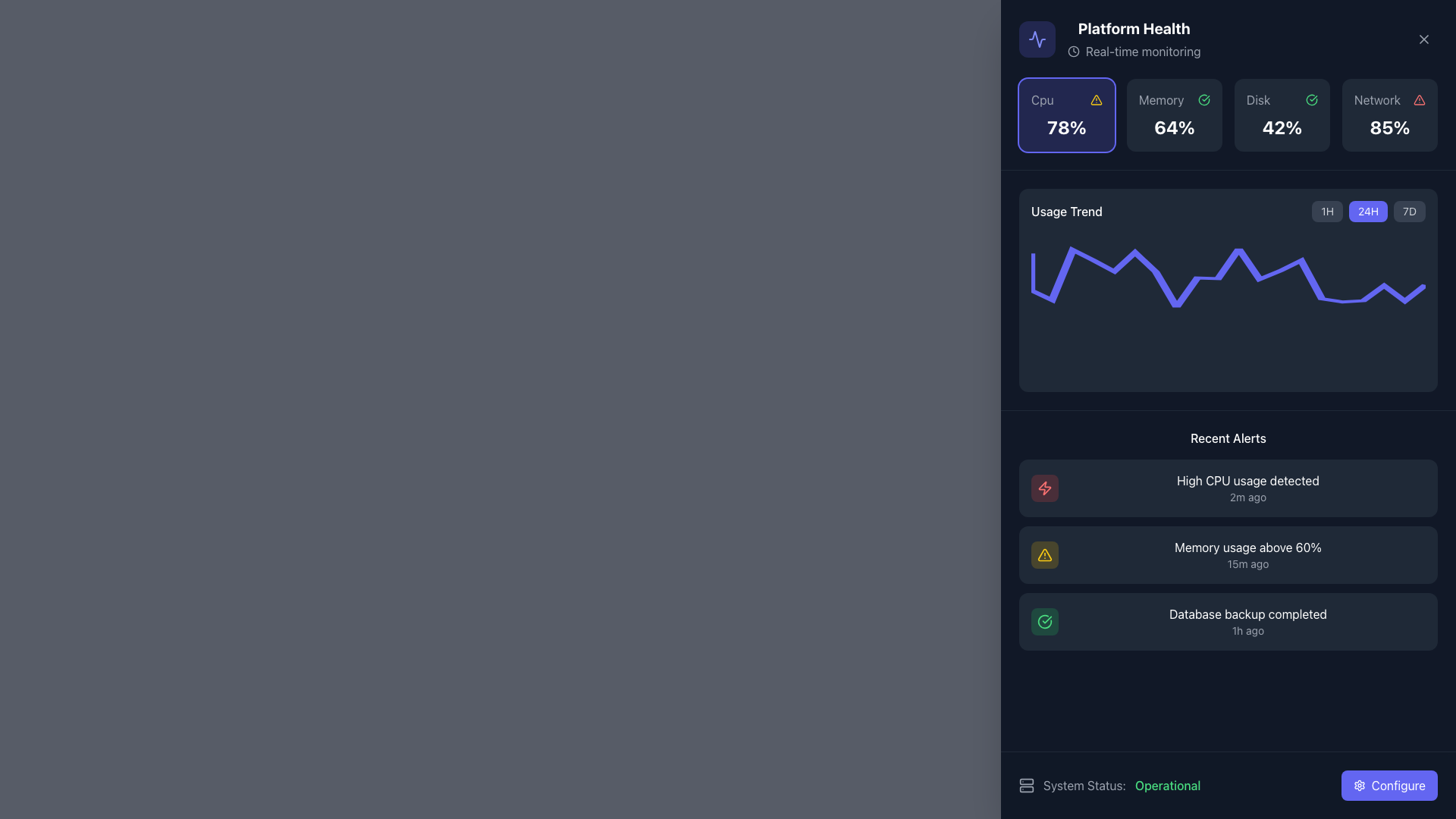 The height and width of the screenshot is (819, 1456). Describe the element at coordinates (1310, 99) in the screenshot. I see `the status icon representing the 'Disk' category, which is located to the right of the text label 'disk' within a horizontally-aligned layout group` at that location.